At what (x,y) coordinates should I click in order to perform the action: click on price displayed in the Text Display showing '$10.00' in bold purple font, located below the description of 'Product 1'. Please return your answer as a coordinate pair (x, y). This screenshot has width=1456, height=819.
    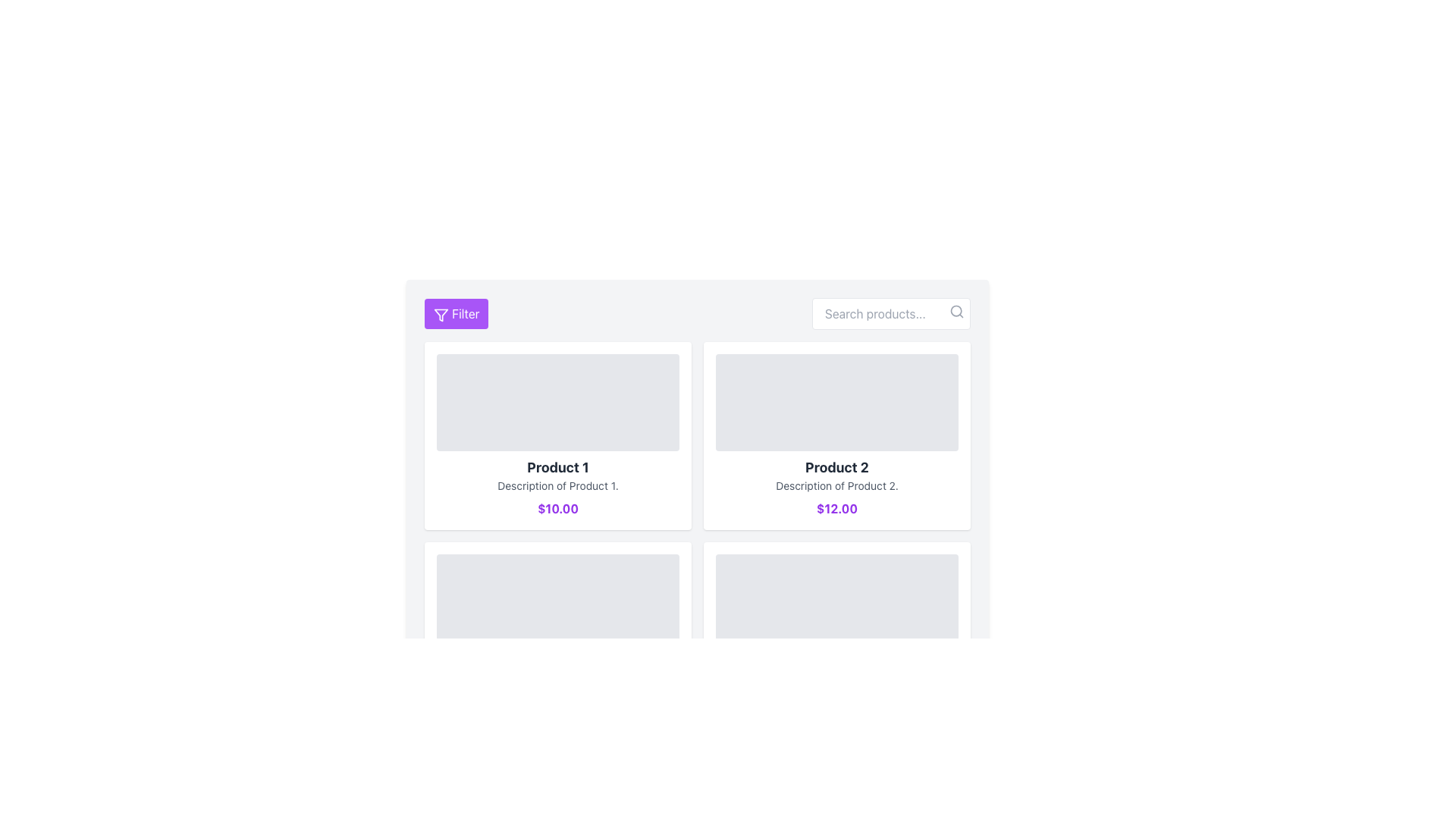
    Looking at the image, I should click on (557, 509).